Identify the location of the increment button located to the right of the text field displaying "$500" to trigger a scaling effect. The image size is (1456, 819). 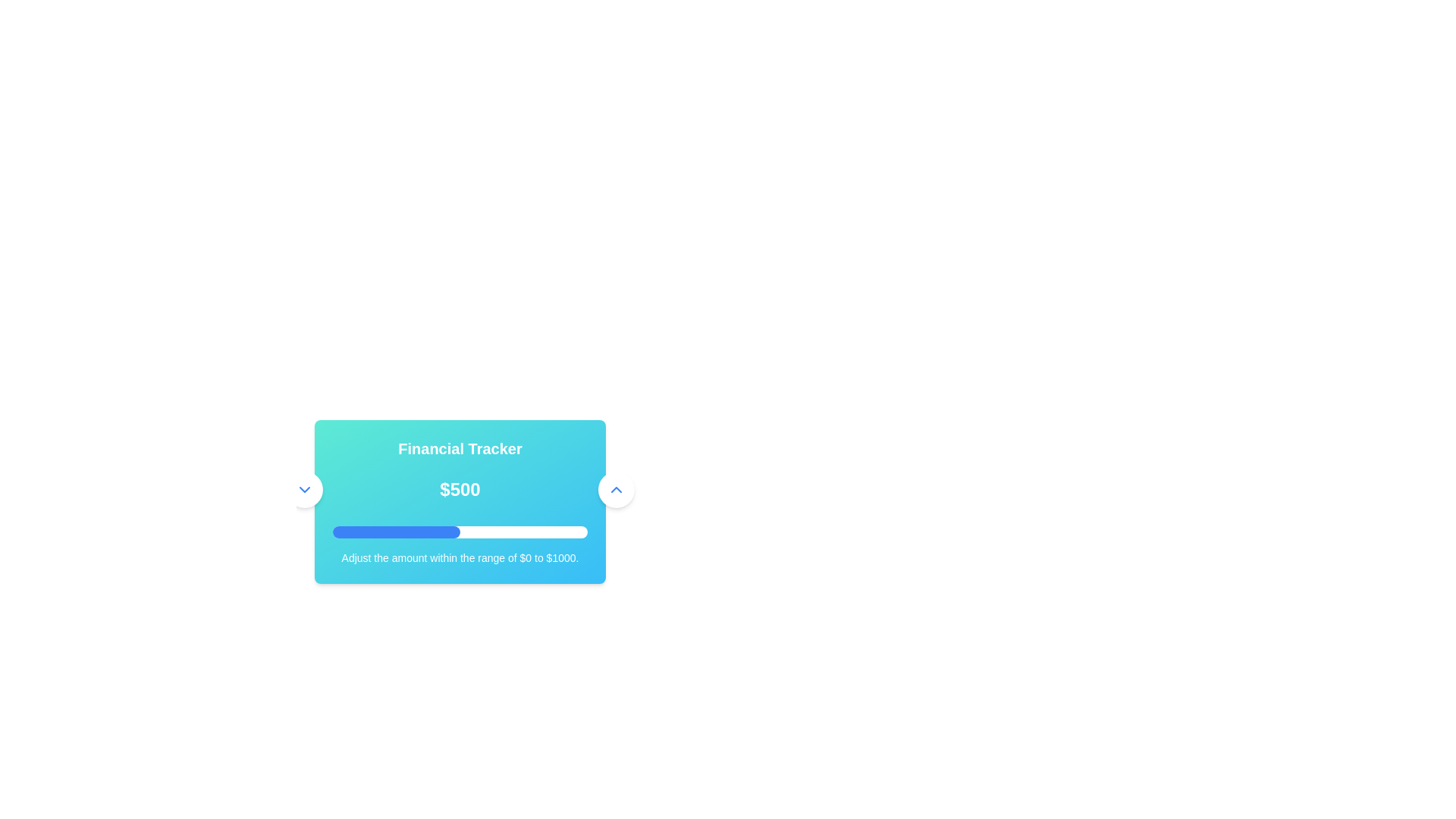
(616, 489).